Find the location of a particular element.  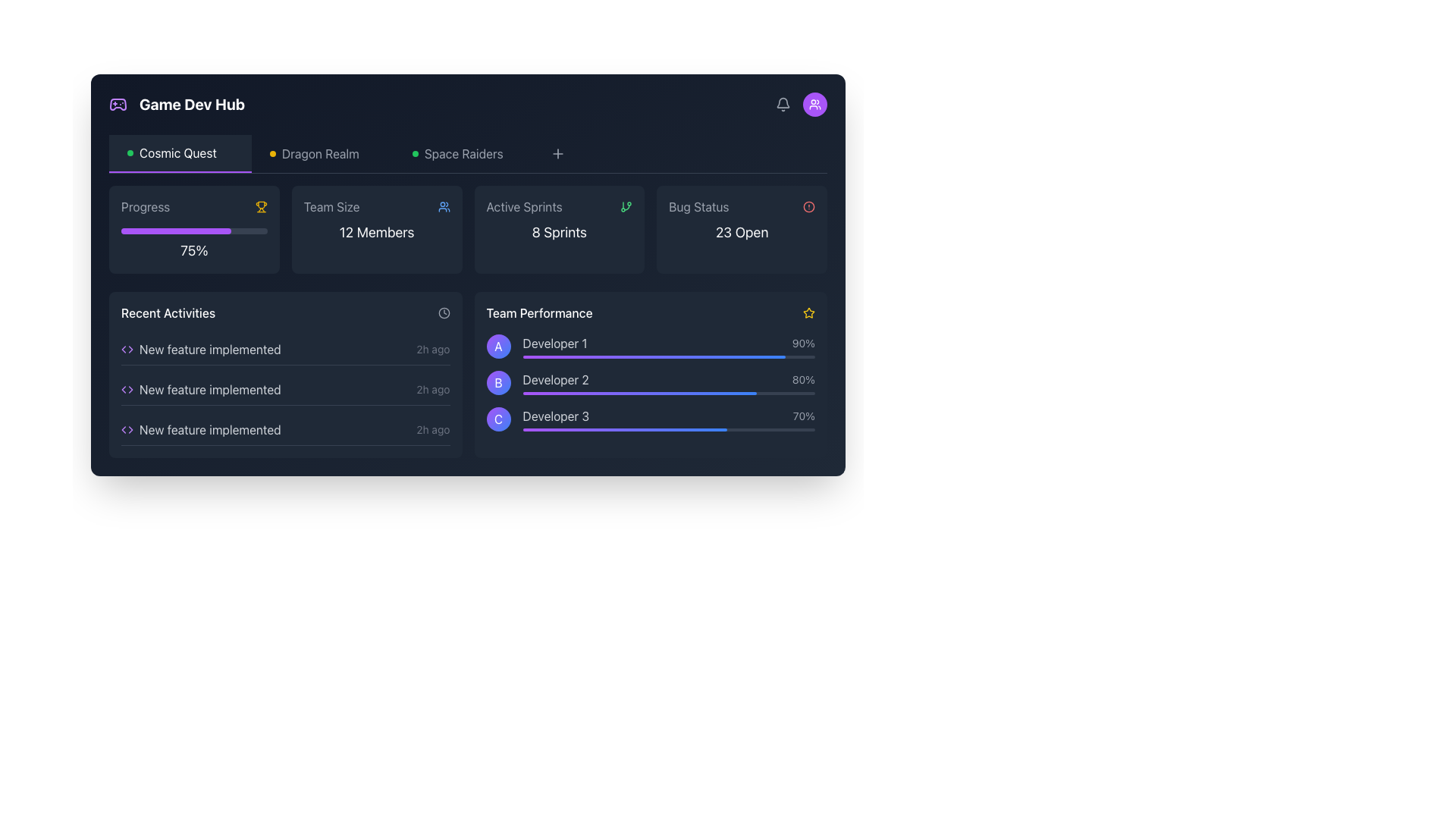

the text label displaying the time elapsed since the associated activity occurred, located in the bottom-right corner of the 'Recent Activities' section is located at coordinates (432, 350).